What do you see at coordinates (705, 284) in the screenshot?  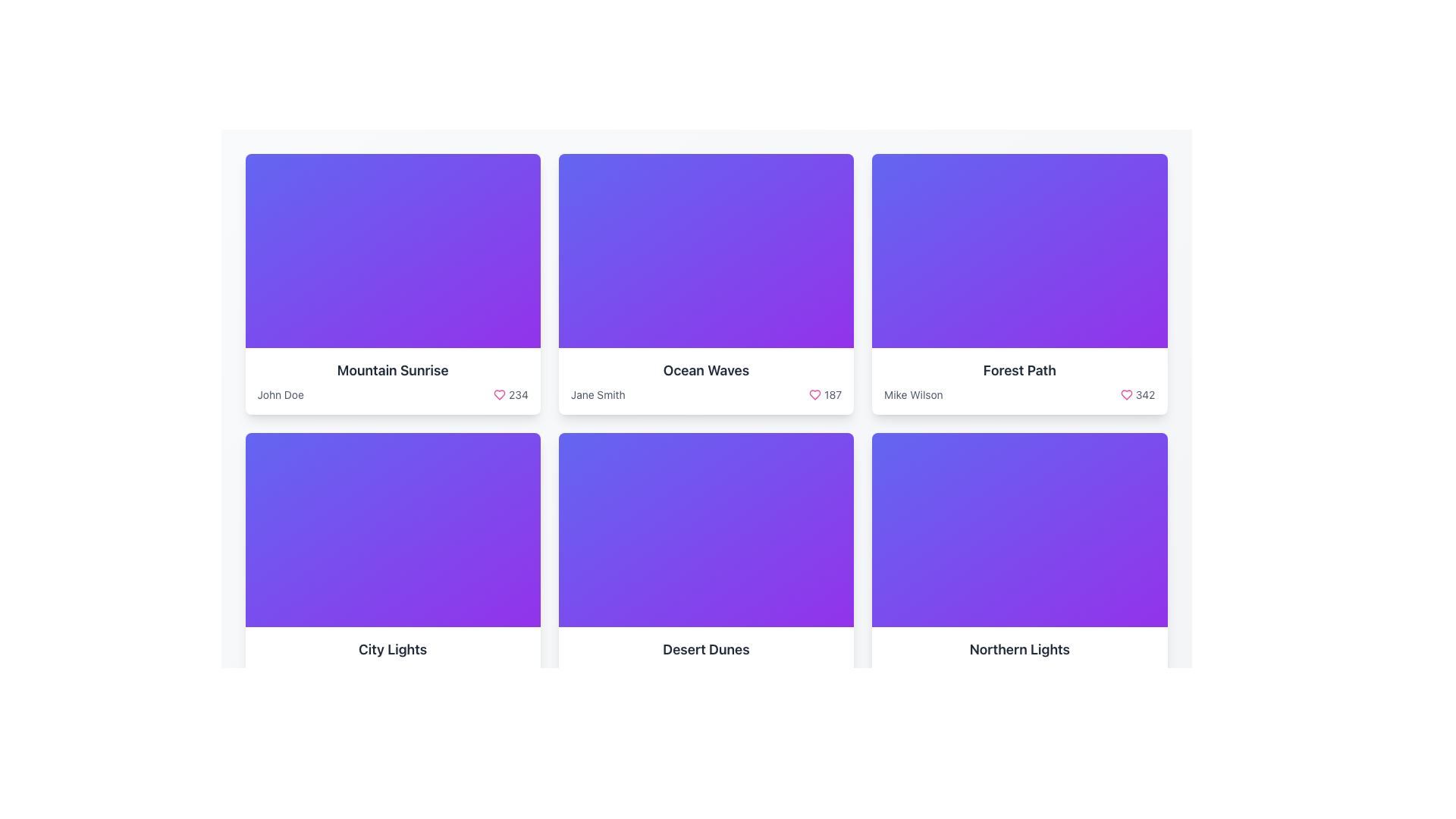 I see `the 'Ocean Waves' card, which has a gradient background and displays 'Jane Smith' and a heart icon` at bounding box center [705, 284].